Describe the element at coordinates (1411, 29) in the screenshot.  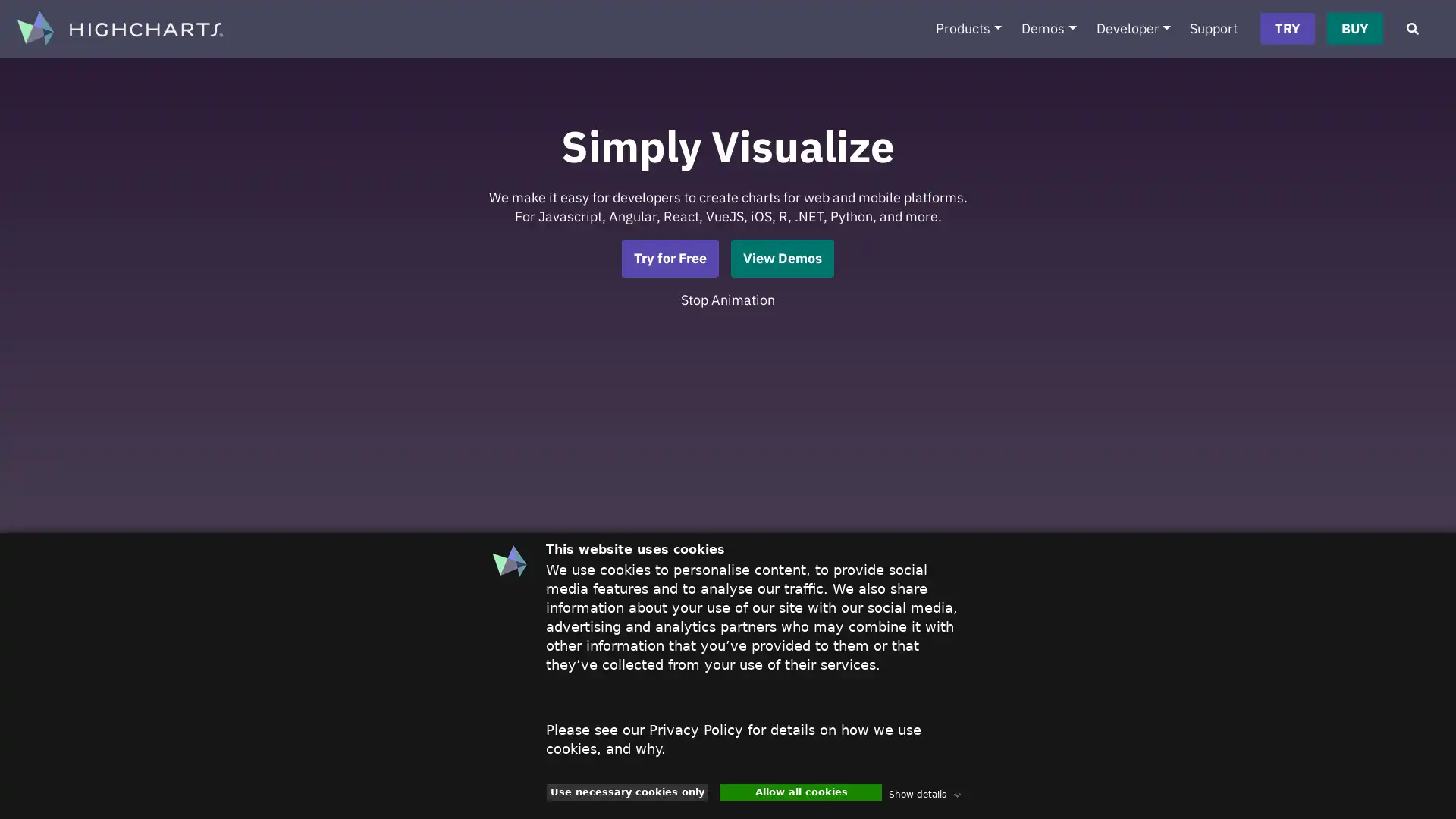
I see `Open search field` at that location.